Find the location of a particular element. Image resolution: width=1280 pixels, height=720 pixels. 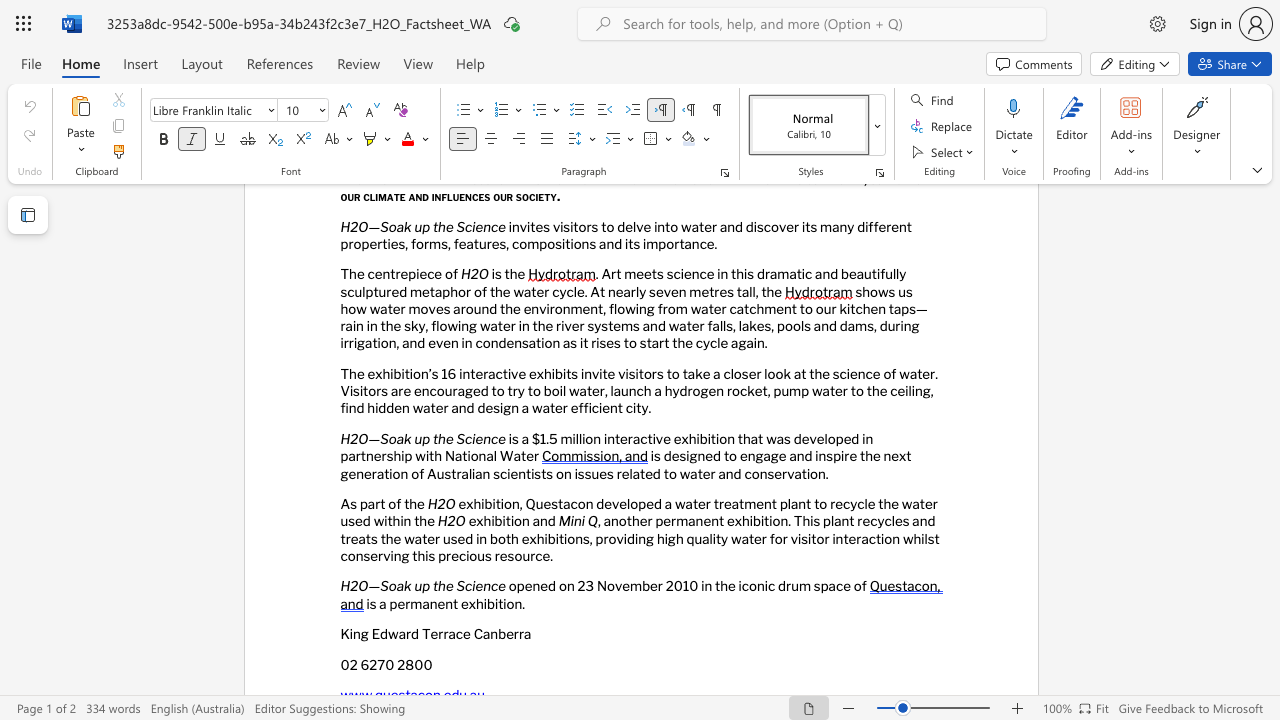

the space between the continuous character "A" and "s" in the text is located at coordinates (349, 503).